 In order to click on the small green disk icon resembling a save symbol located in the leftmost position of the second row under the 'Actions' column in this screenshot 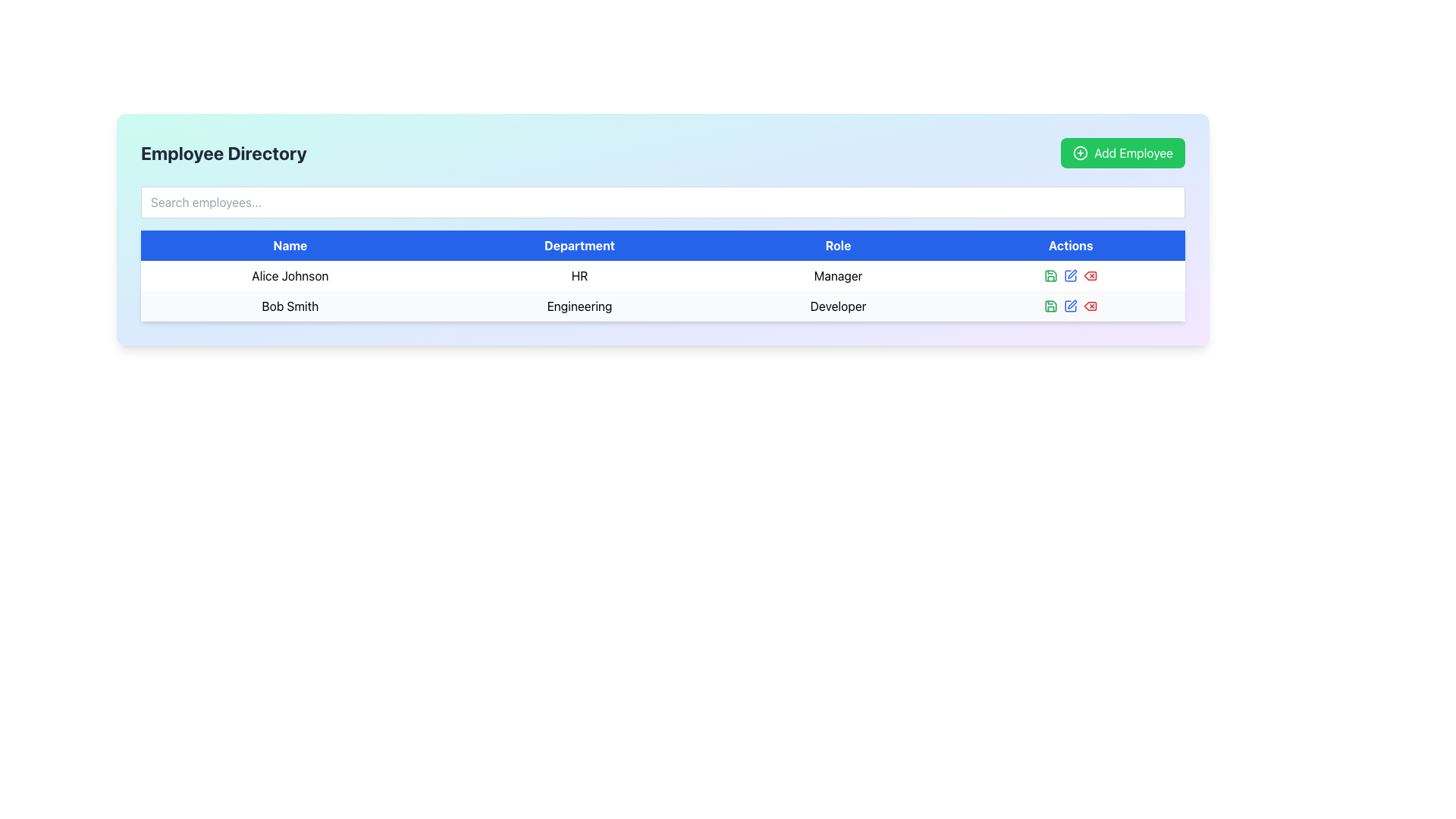, I will do `click(1050, 275)`.